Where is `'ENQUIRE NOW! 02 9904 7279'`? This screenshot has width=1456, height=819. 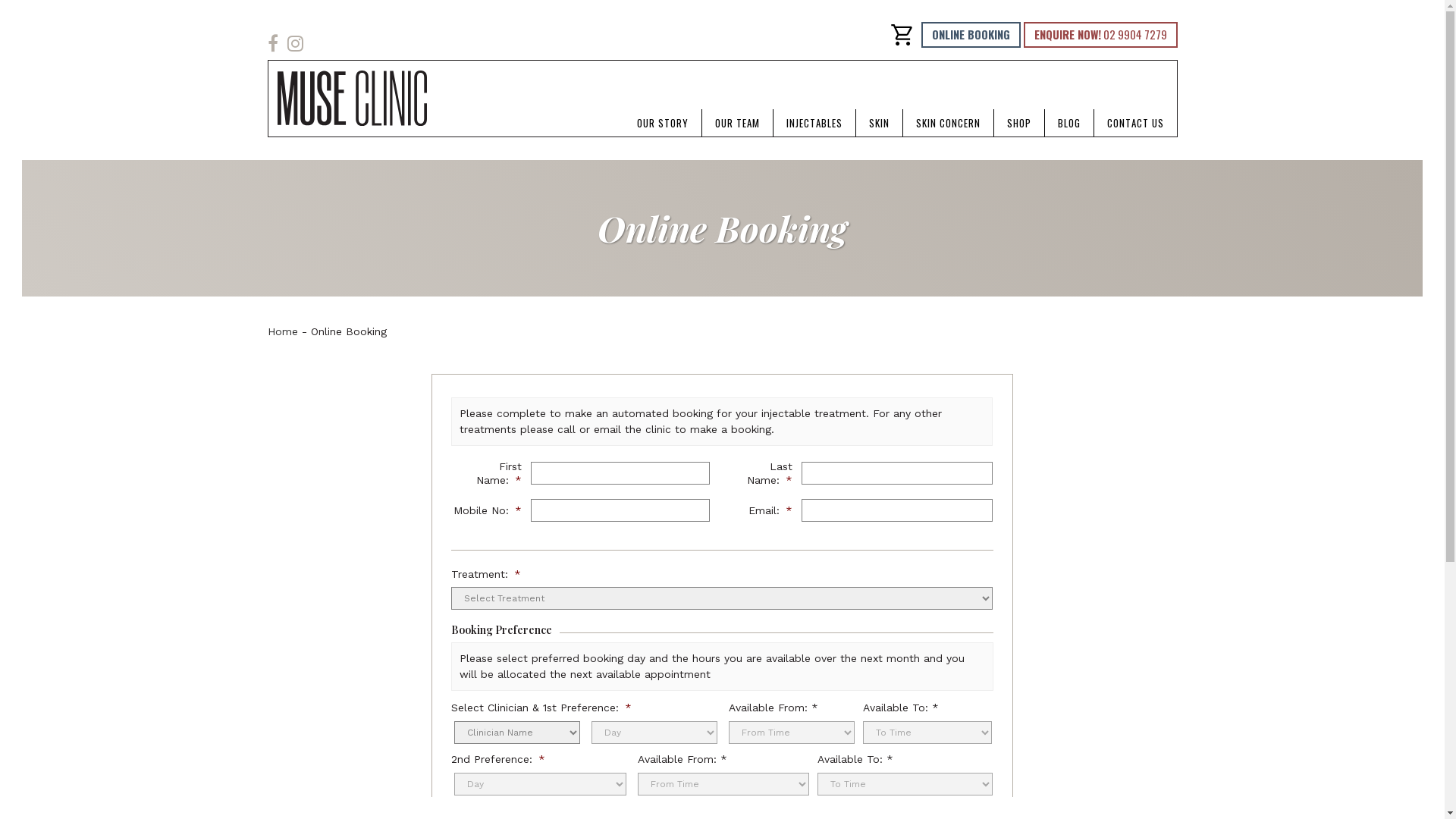 'ENQUIRE NOW! 02 9904 7279' is located at coordinates (1100, 34).